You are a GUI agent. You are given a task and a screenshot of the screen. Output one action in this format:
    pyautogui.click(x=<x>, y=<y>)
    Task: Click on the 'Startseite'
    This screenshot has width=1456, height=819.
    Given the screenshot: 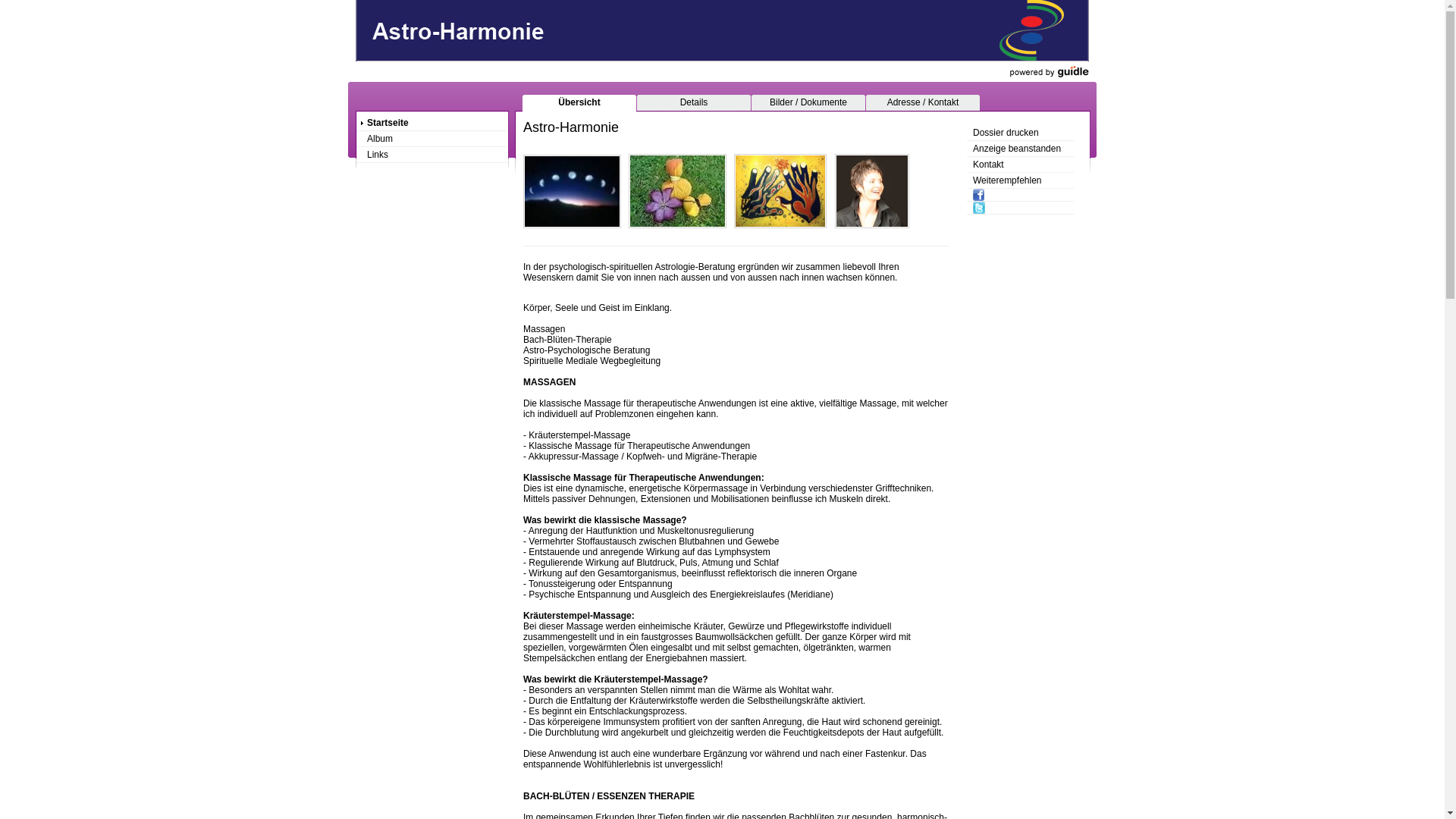 What is the action you would take?
    pyautogui.click(x=356, y=122)
    